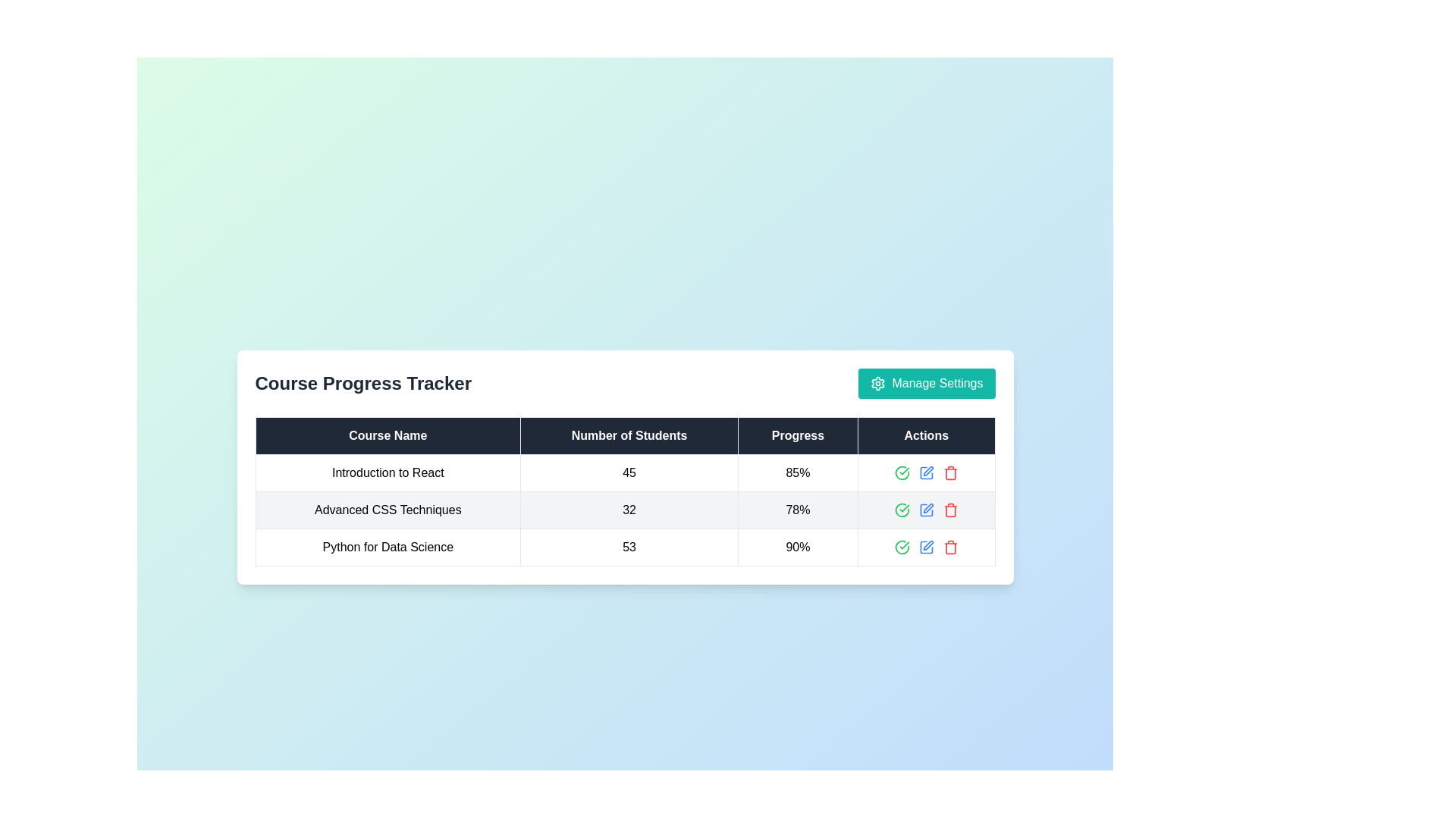 The image size is (1456, 819). What do you see at coordinates (927, 470) in the screenshot?
I see `the second icon in the 'Actions' column of the last row in the table` at bounding box center [927, 470].